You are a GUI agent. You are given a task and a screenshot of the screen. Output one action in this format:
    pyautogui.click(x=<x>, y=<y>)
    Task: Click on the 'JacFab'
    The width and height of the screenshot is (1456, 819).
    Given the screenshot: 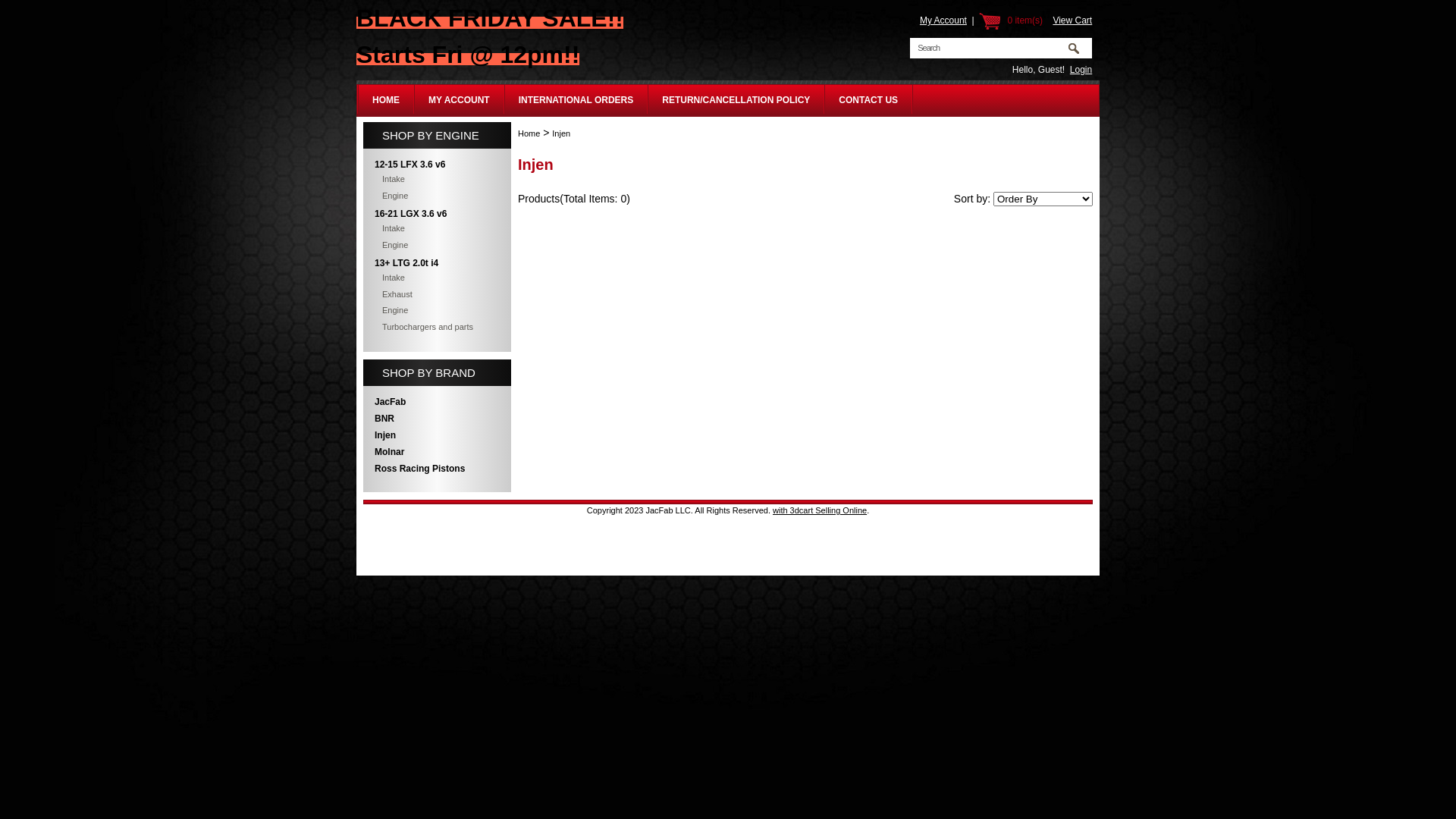 What is the action you would take?
    pyautogui.click(x=436, y=400)
    